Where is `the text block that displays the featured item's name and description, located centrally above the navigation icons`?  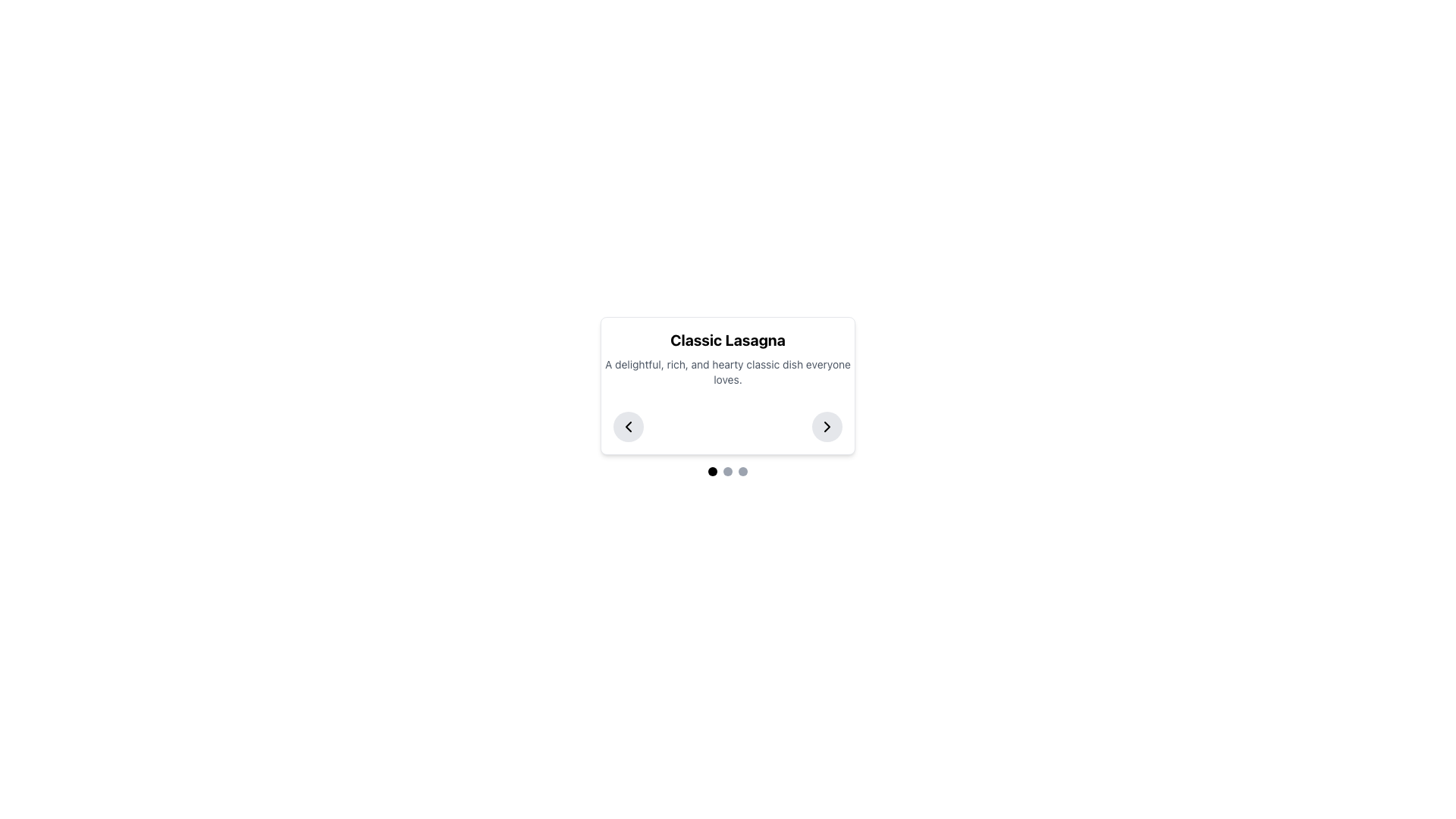
the text block that displays the featured item's name and description, located centrally above the navigation icons is located at coordinates (728, 359).